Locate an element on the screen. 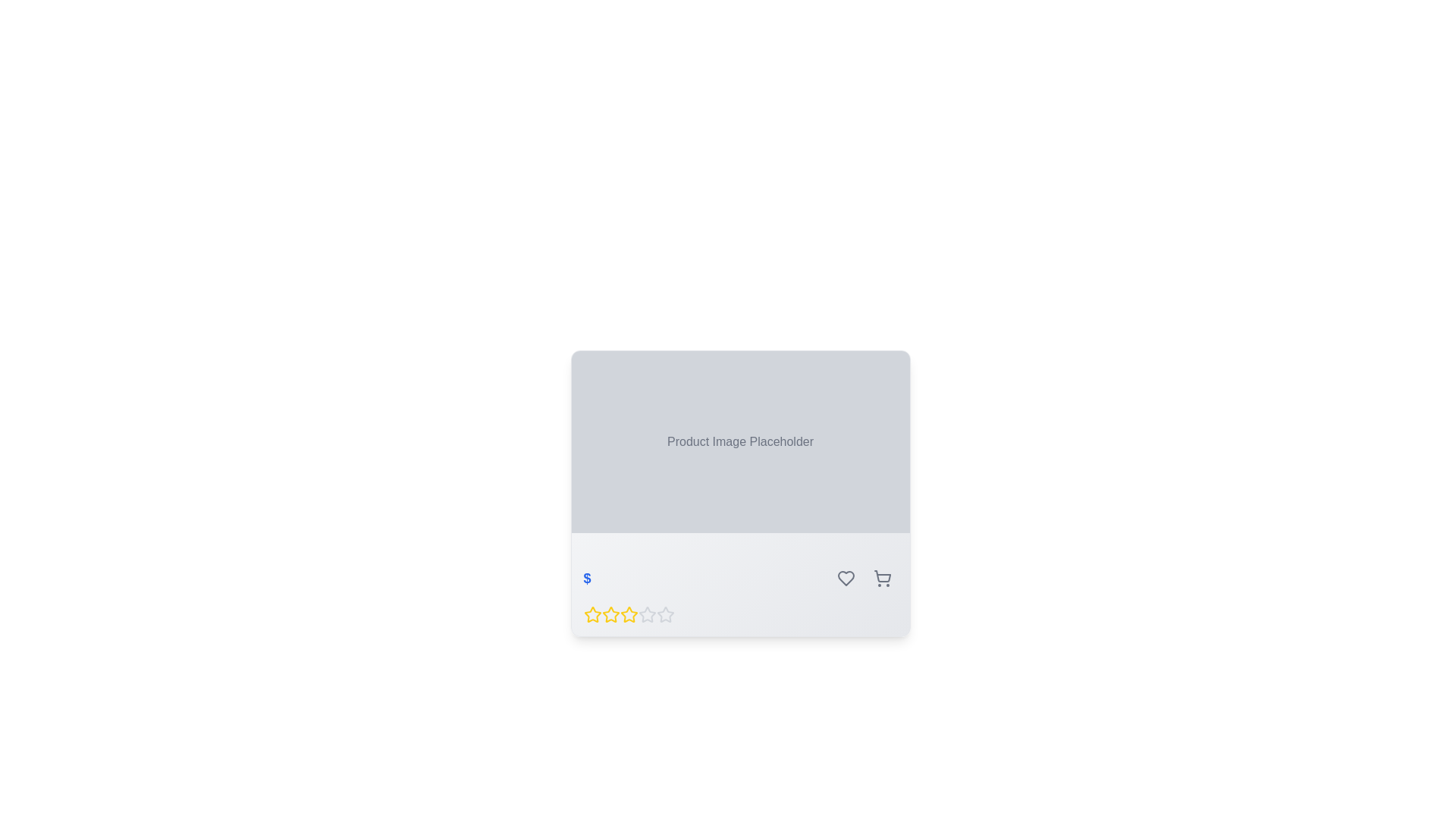 The width and height of the screenshot is (1456, 819). the second star icon in the horizontal sequence of five stars at the bottom-left of the card to rate it is located at coordinates (610, 614).